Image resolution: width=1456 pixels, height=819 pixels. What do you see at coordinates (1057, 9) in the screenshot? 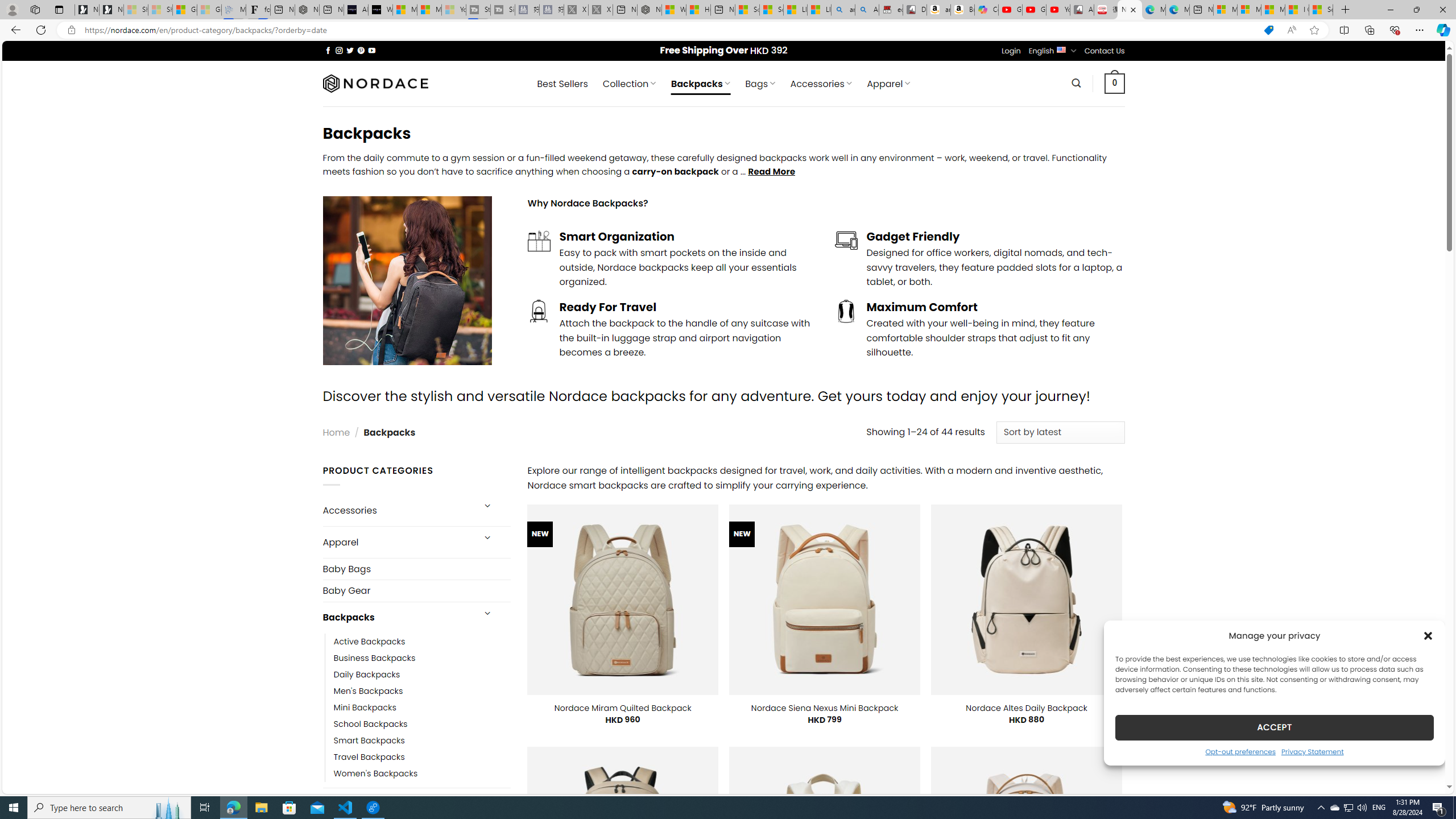
I see `'YouTube Kids - An App Created for Kids to Explore Content'` at bounding box center [1057, 9].